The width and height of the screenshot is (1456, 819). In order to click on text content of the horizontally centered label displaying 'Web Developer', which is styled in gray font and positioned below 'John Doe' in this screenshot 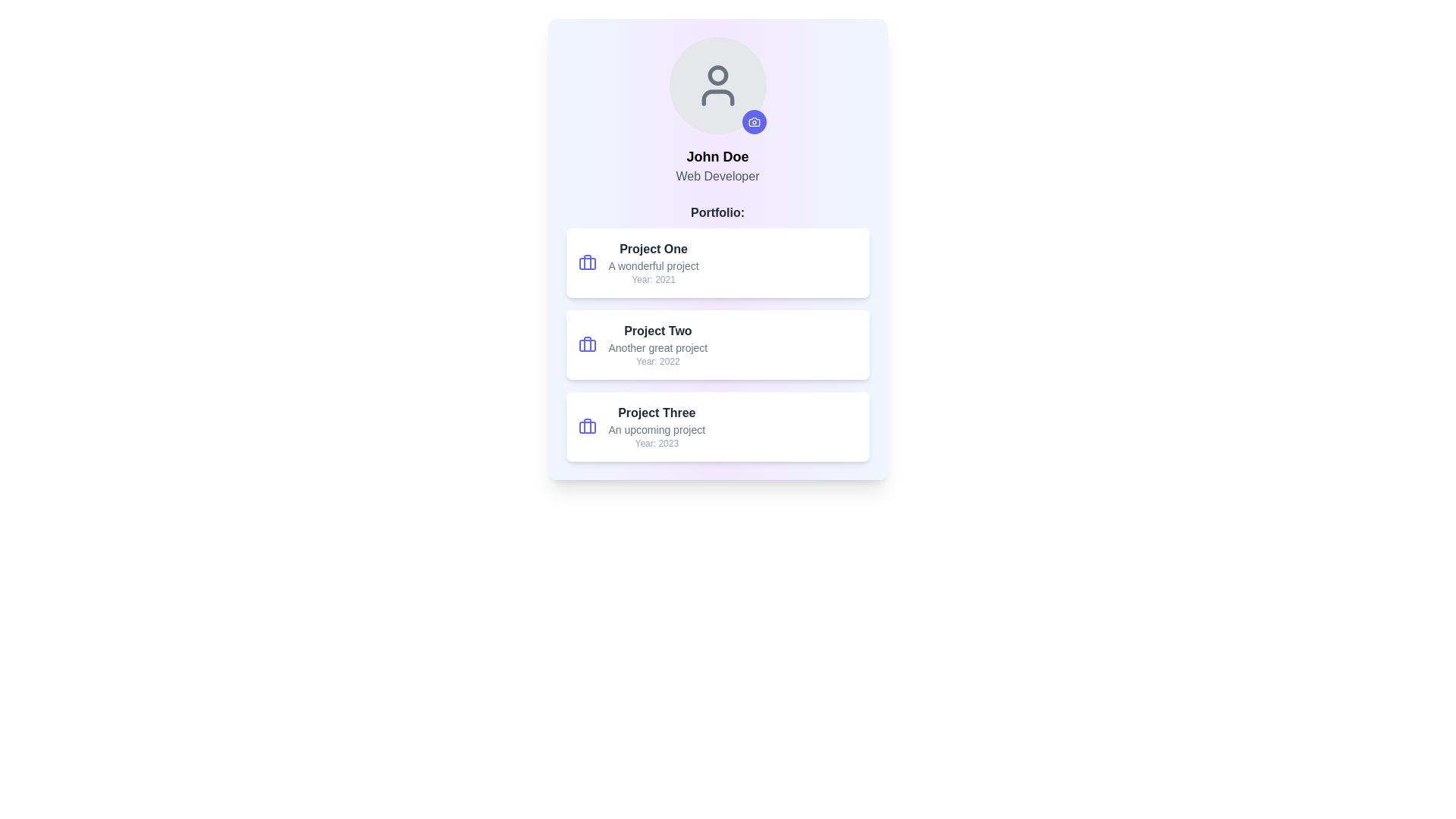, I will do `click(717, 175)`.